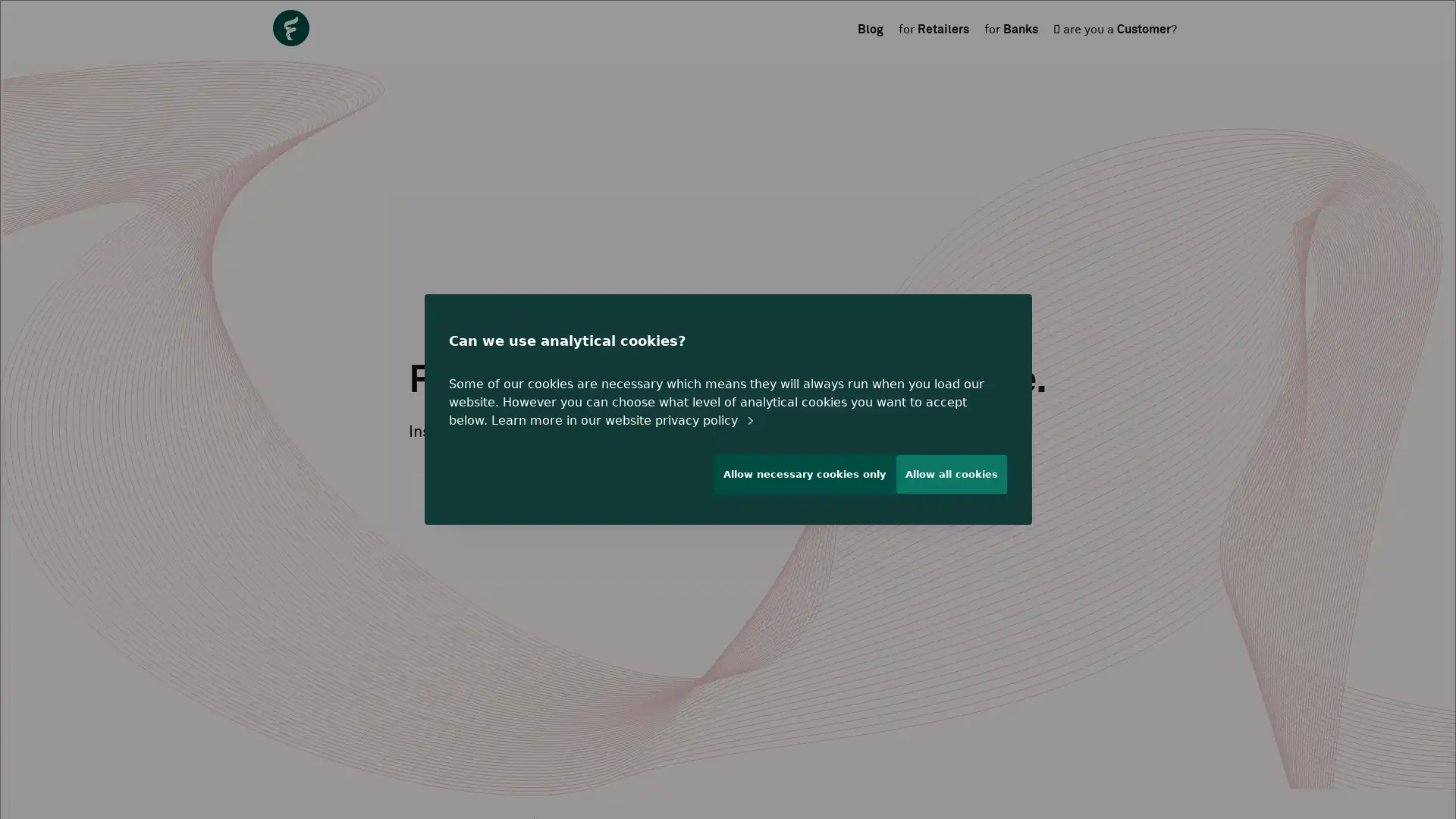  I want to click on Allow all cookies, so click(949, 480).